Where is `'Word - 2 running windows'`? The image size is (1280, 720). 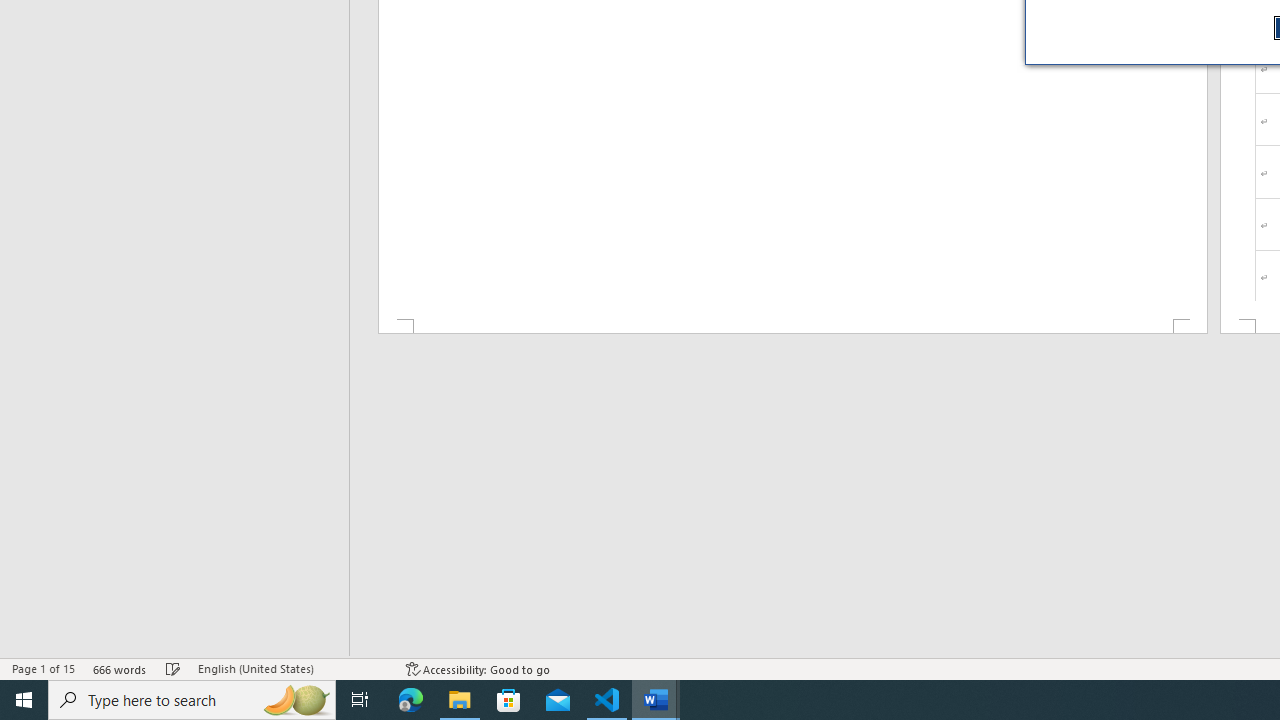
'Word - 2 running windows' is located at coordinates (656, 698).